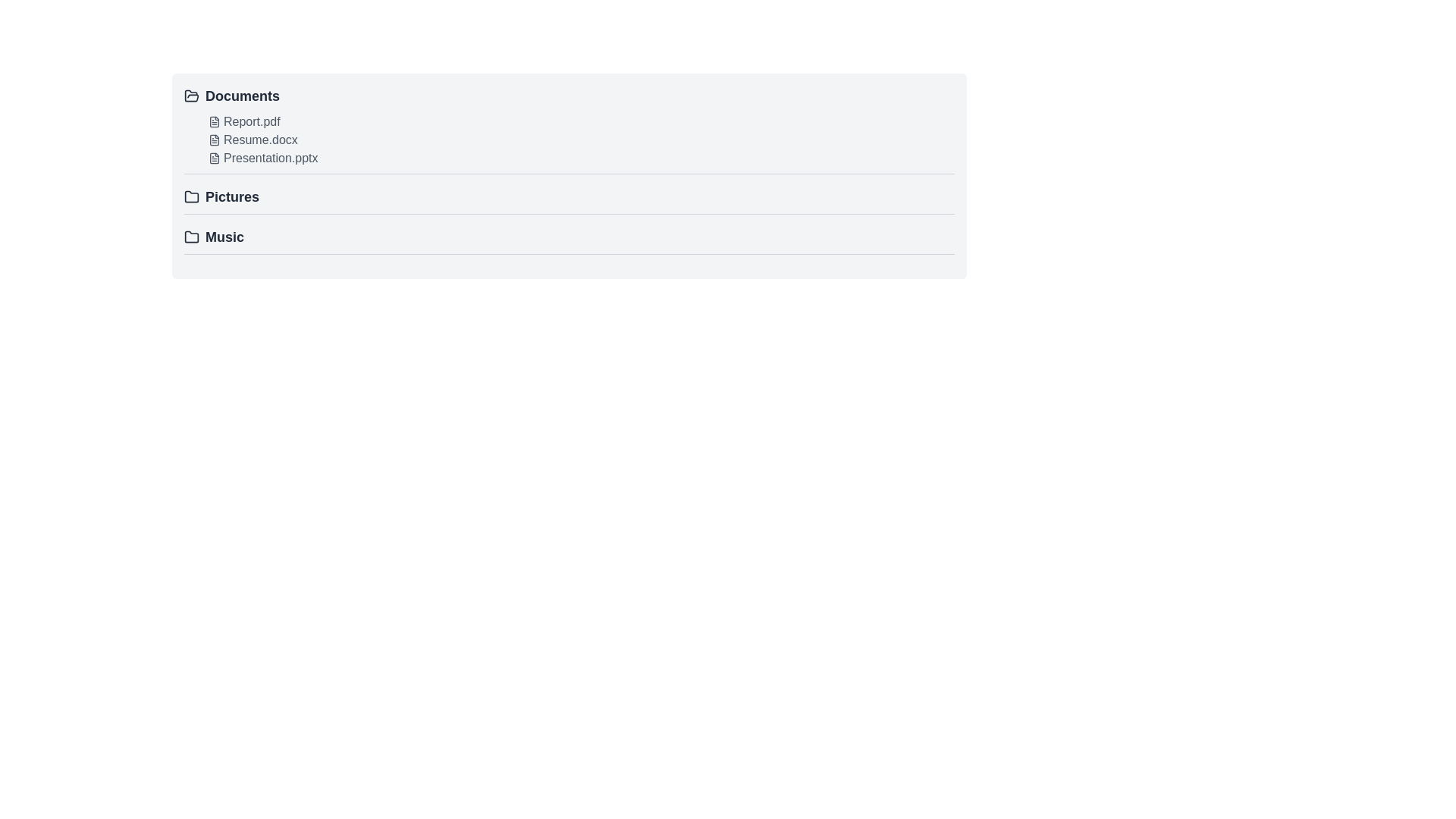 The height and width of the screenshot is (819, 1456). What do you see at coordinates (191, 237) in the screenshot?
I see `the folder icon that indicates access to the 'Music' directory` at bounding box center [191, 237].